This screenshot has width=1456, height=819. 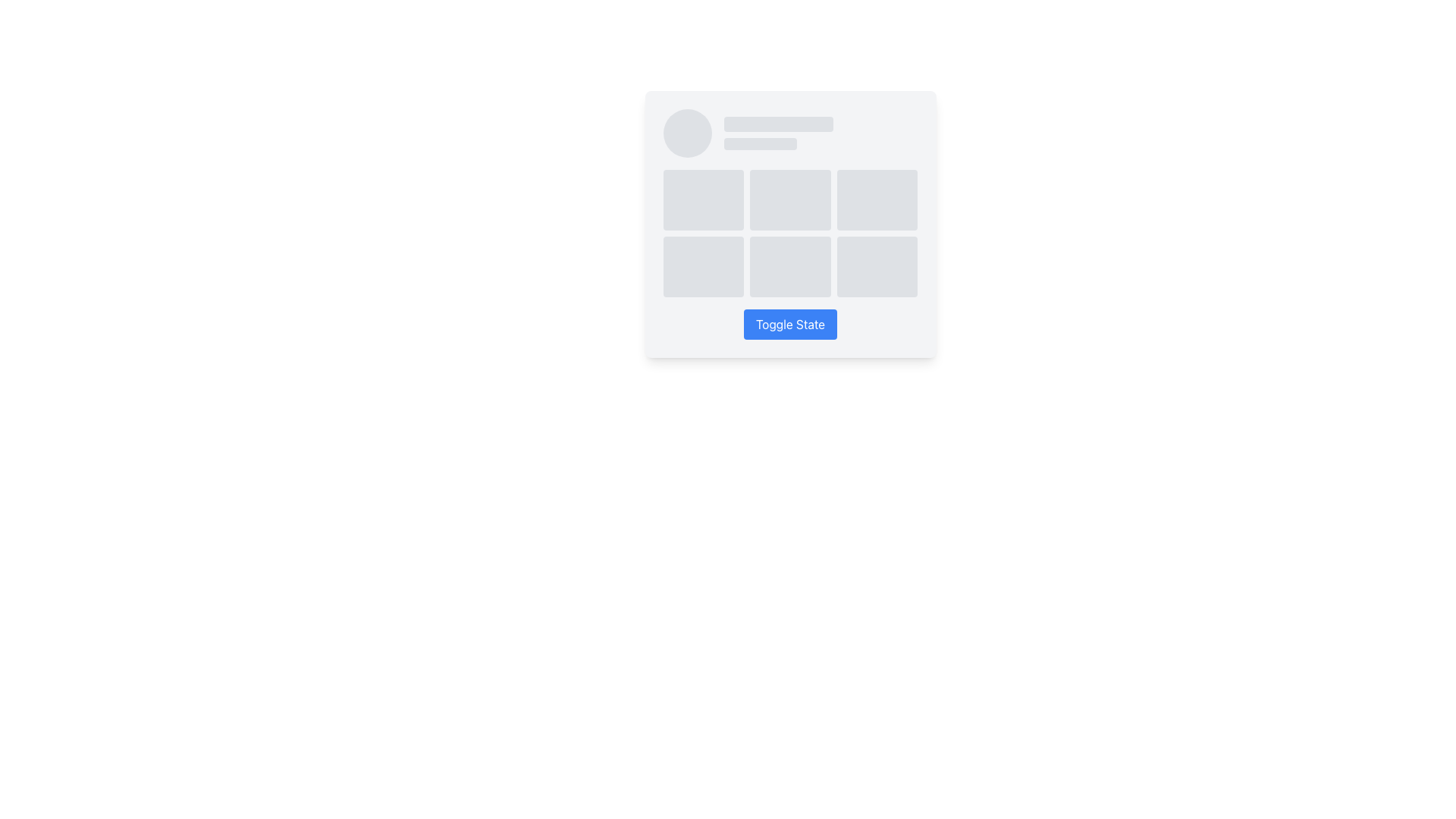 What do you see at coordinates (789, 324) in the screenshot?
I see `the interactive toggle button located at the bottom part of the card layout, centered horizontally` at bounding box center [789, 324].